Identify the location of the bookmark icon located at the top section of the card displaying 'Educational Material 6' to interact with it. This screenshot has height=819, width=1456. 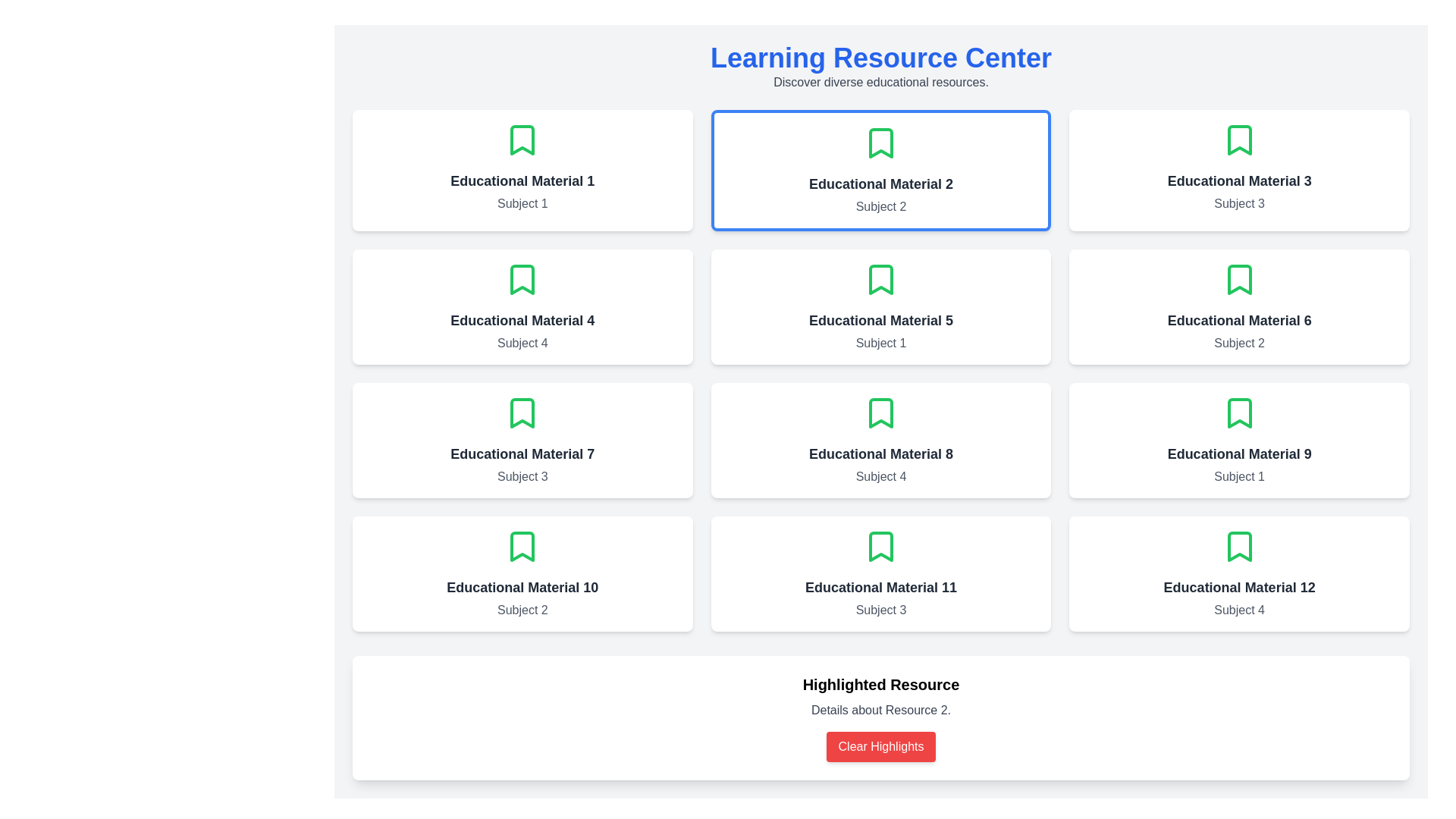
(1239, 280).